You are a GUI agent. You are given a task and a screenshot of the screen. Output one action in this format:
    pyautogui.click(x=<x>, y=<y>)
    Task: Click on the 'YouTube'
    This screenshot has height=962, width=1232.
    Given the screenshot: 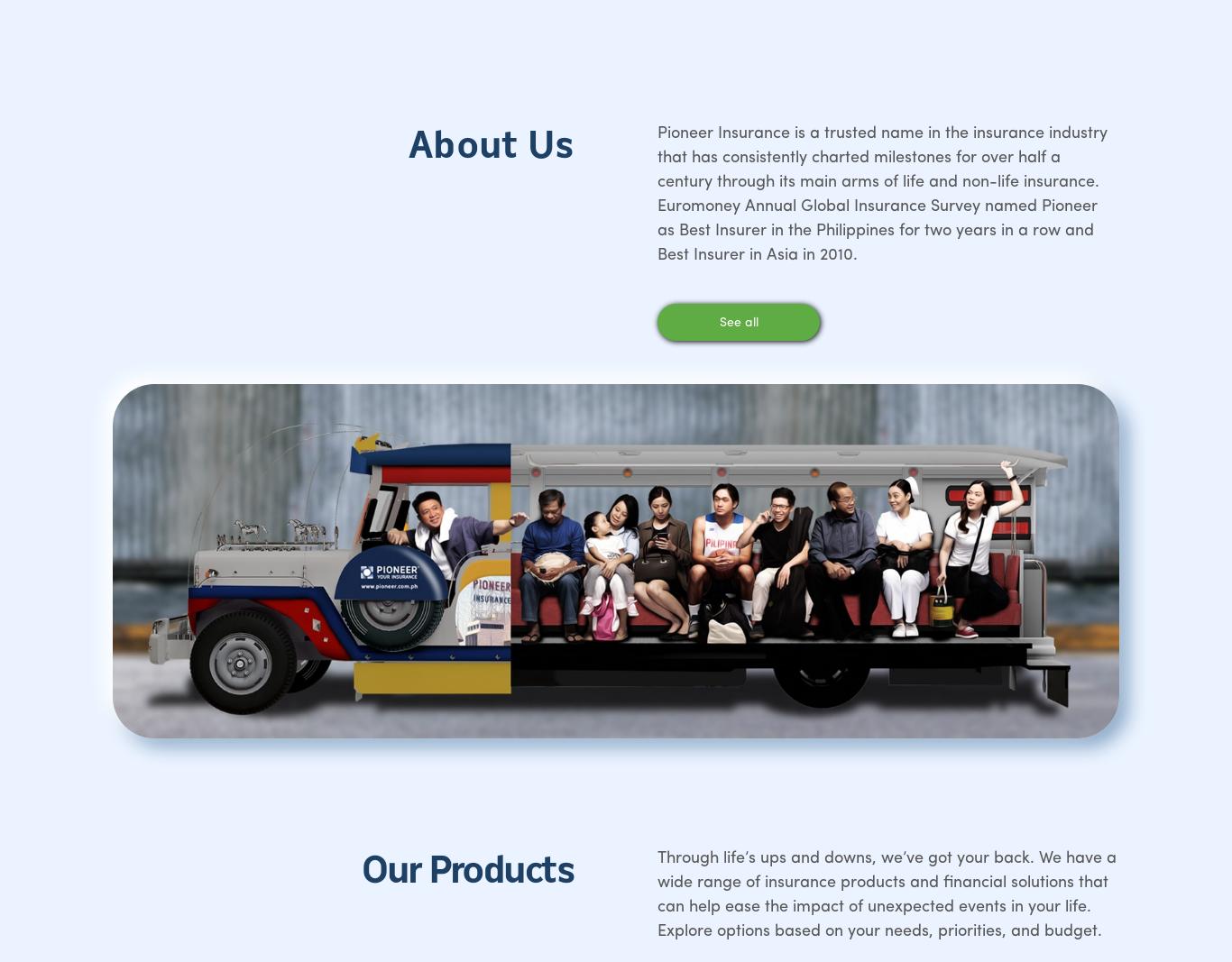 What is the action you would take?
    pyautogui.click(x=958, y=496)
    